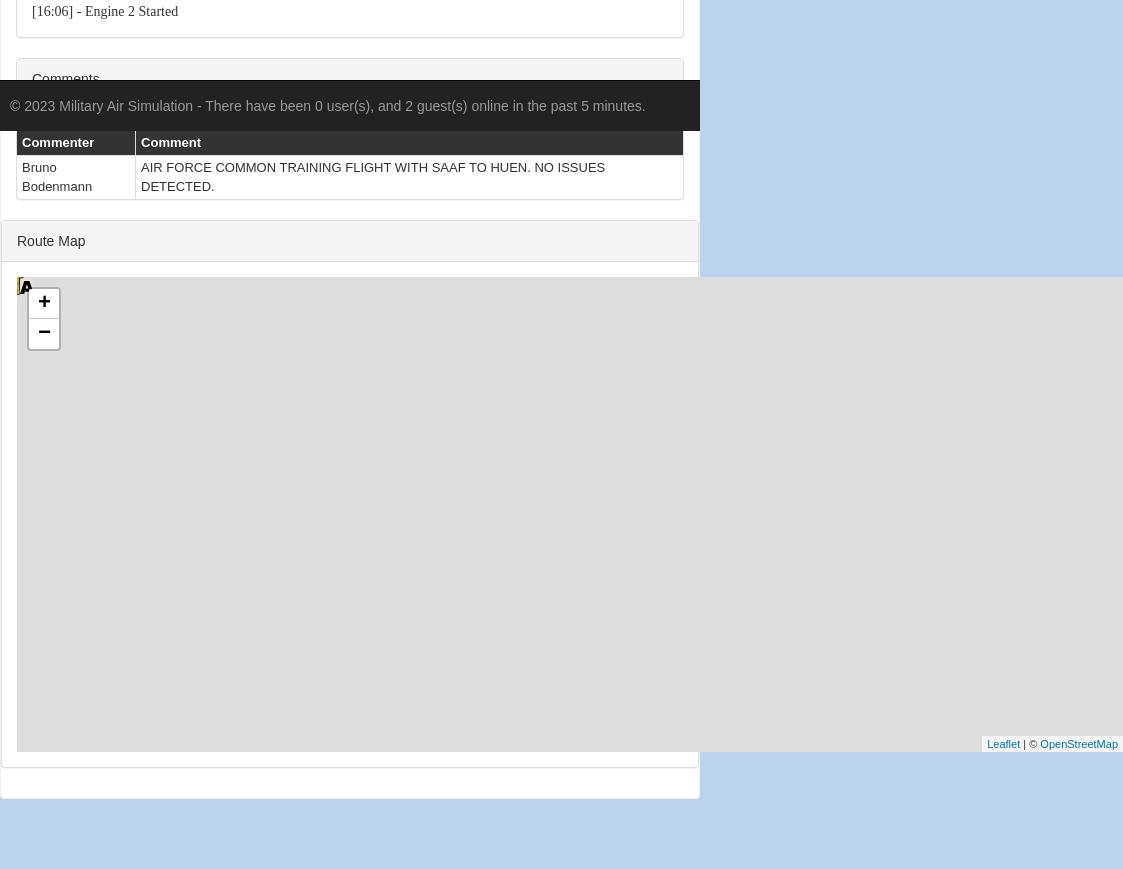  What do you see at coordinates (327, 105) in the screenshot?
I see `'© 2023 Military Air Simulation - There have been 0 user(s), and 2 guest(s) online in the past 5 minutes.'` at bounding box center [327, 105].